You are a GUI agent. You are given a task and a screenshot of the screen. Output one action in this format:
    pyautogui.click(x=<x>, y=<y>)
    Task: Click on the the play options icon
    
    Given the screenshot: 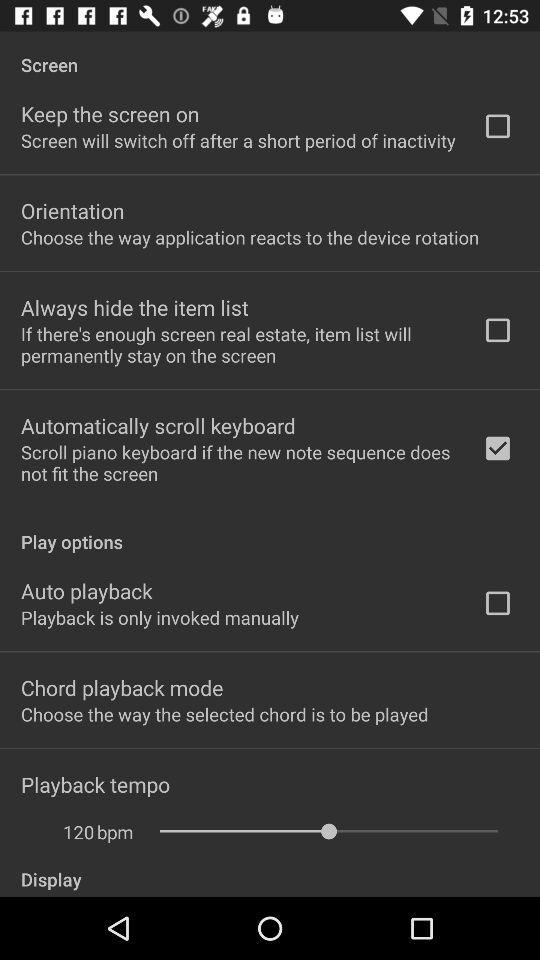 What is the action you would take?
    pyautogui.click(x=270, y=530)
    